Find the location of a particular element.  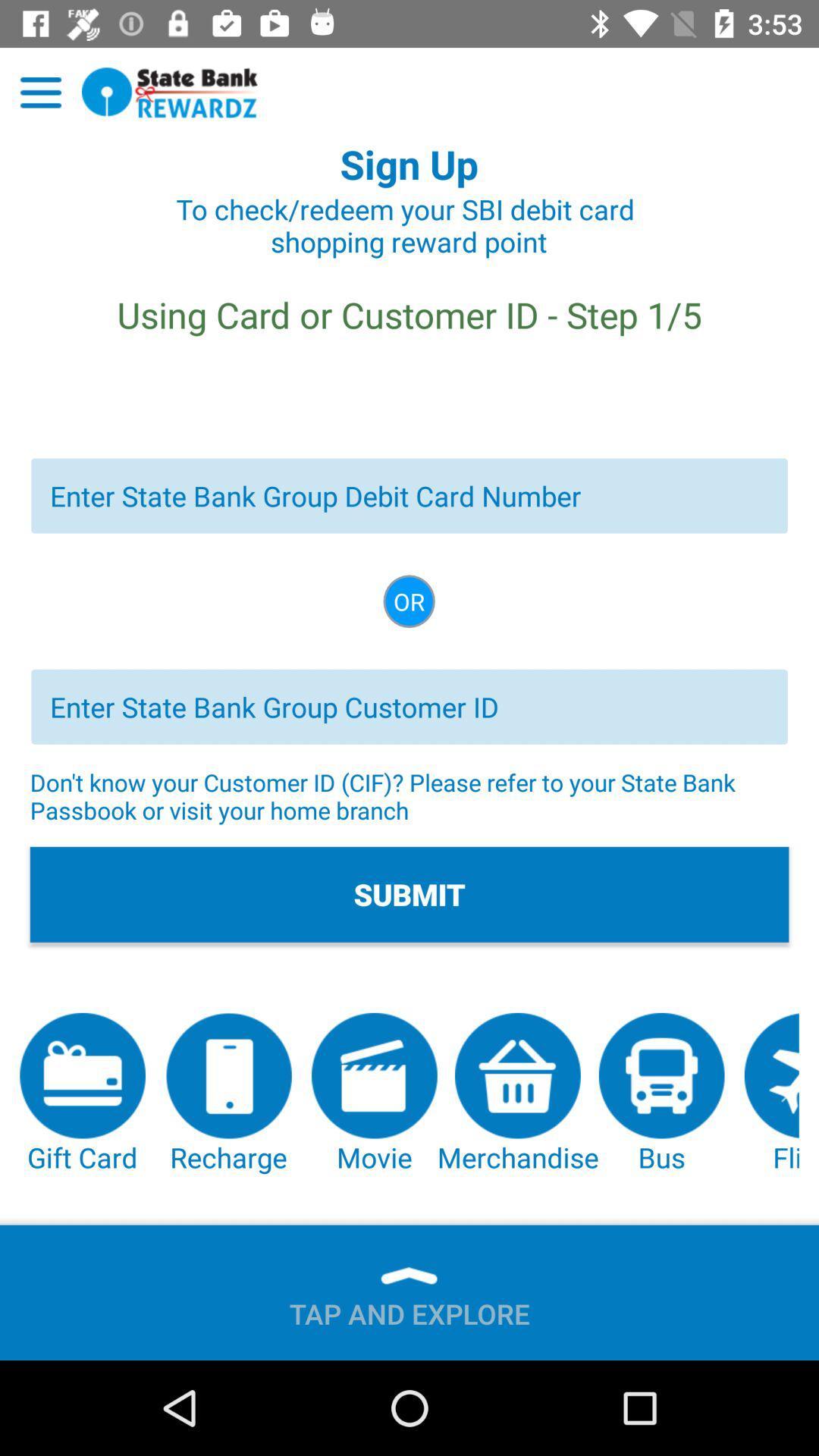

the app next to movie app is located at coordinates (228, 1094).